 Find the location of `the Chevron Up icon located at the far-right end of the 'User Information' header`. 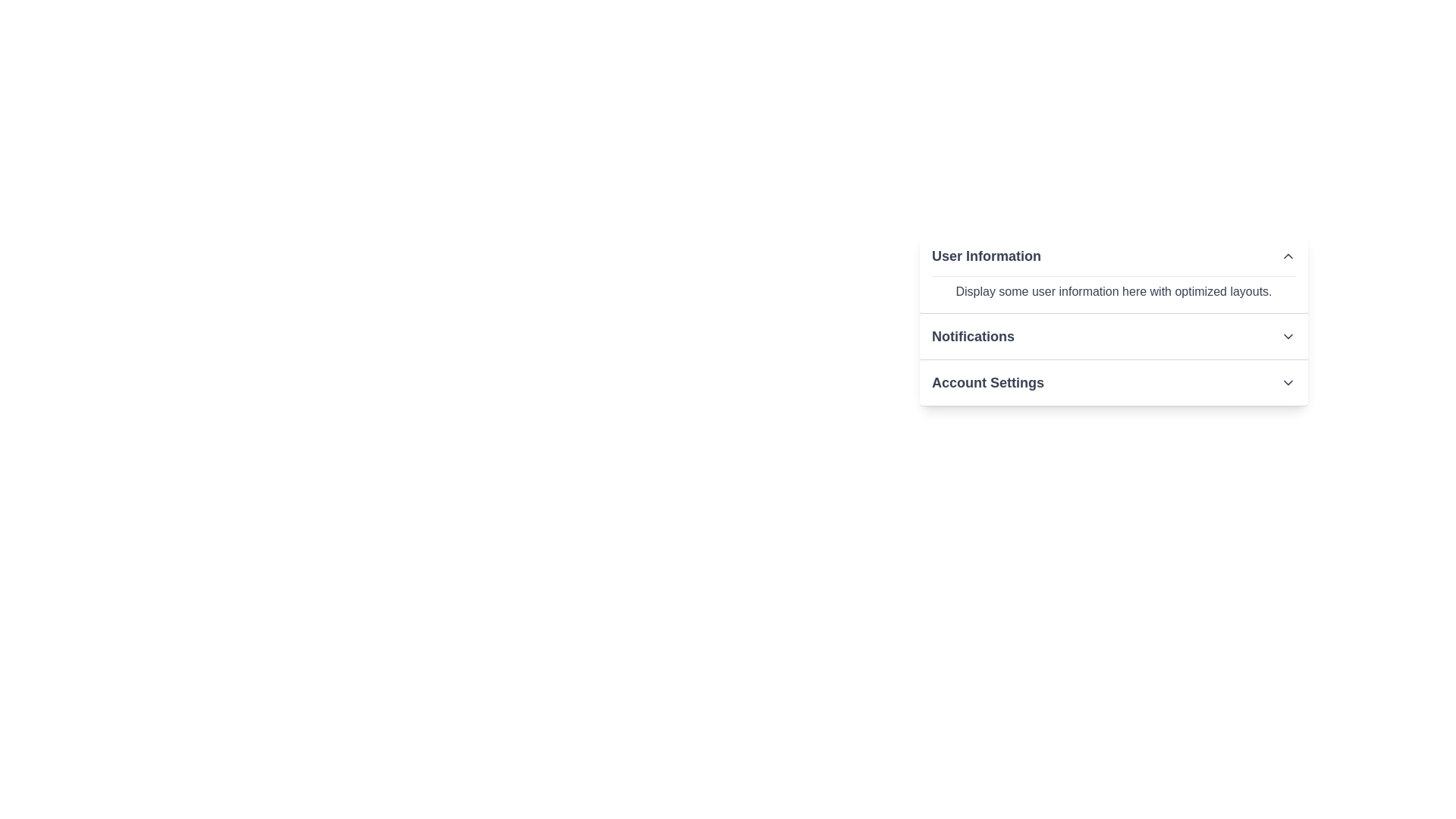

the Chevron Up icon located at the far-right end of the 'User Information' header is located at coordinates (1288, 256).